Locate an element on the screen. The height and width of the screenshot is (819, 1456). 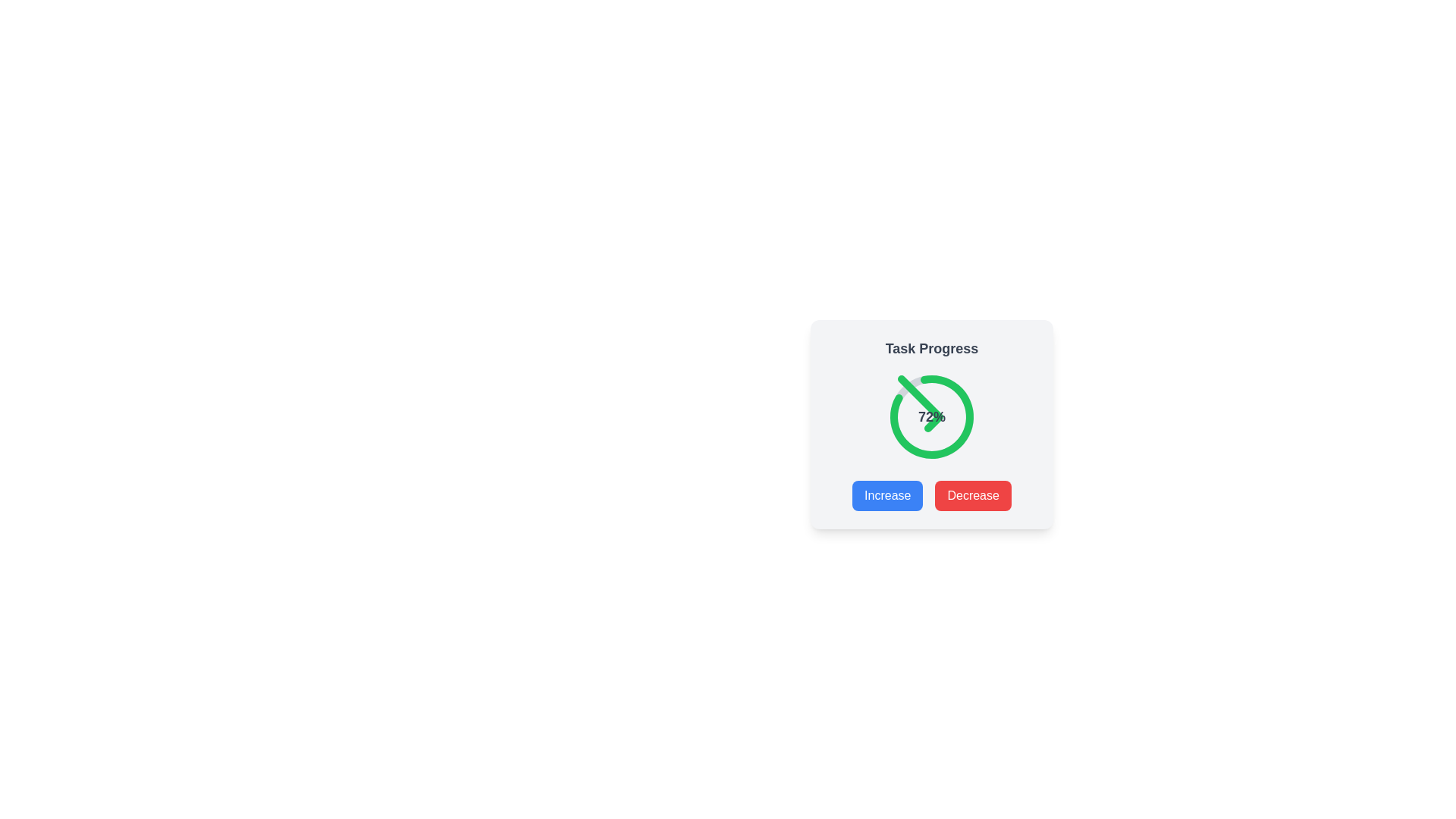
the blue 'Increase' button located at the bottom left of the card is located at coordinates (887, 496).